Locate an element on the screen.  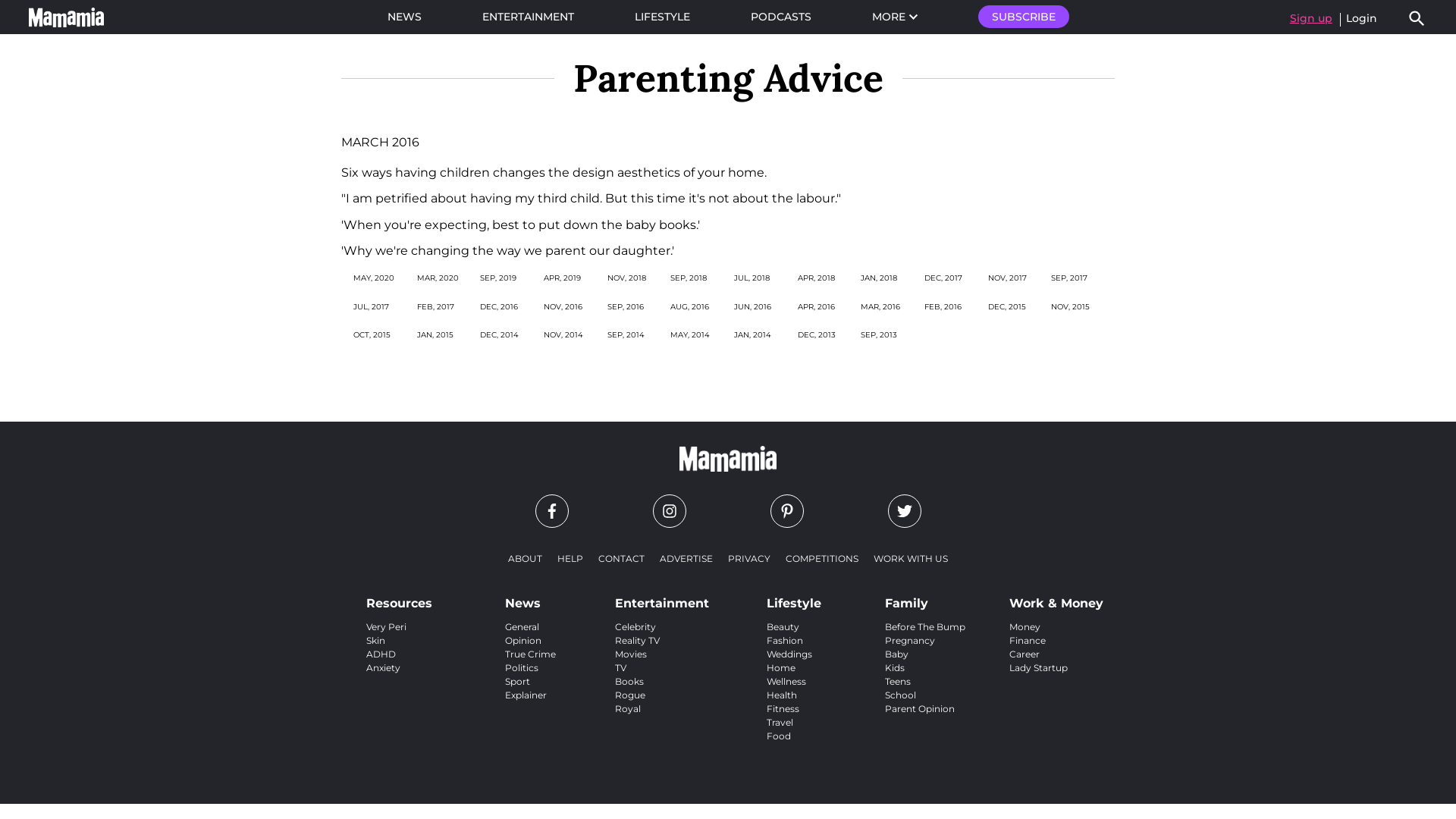
'LIFESTYLE' is located at coordinates (661, 17).